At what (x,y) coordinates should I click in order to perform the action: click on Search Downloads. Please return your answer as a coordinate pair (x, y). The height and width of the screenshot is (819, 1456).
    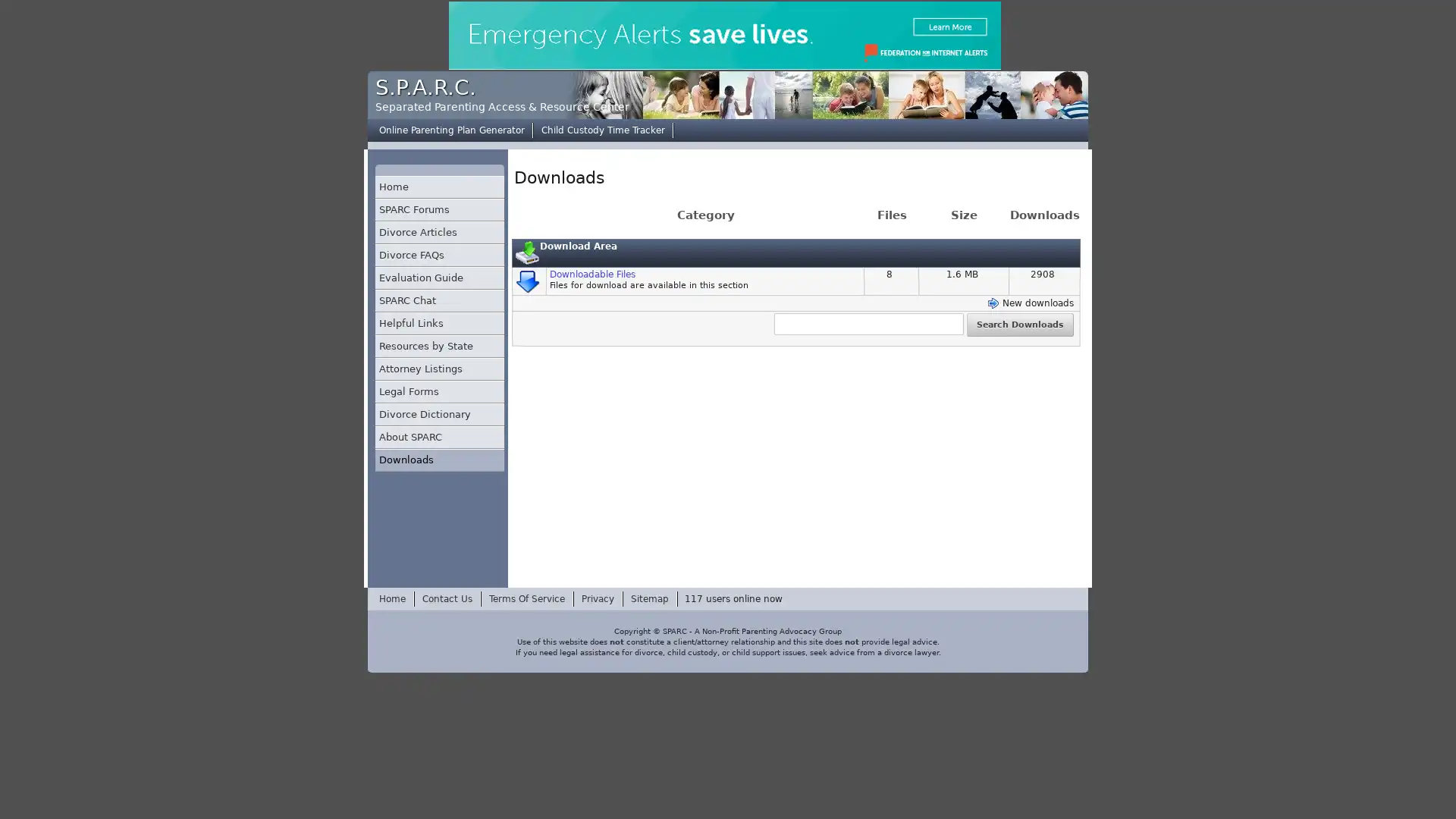
    Looking at the image, I should click on (1020, 324).